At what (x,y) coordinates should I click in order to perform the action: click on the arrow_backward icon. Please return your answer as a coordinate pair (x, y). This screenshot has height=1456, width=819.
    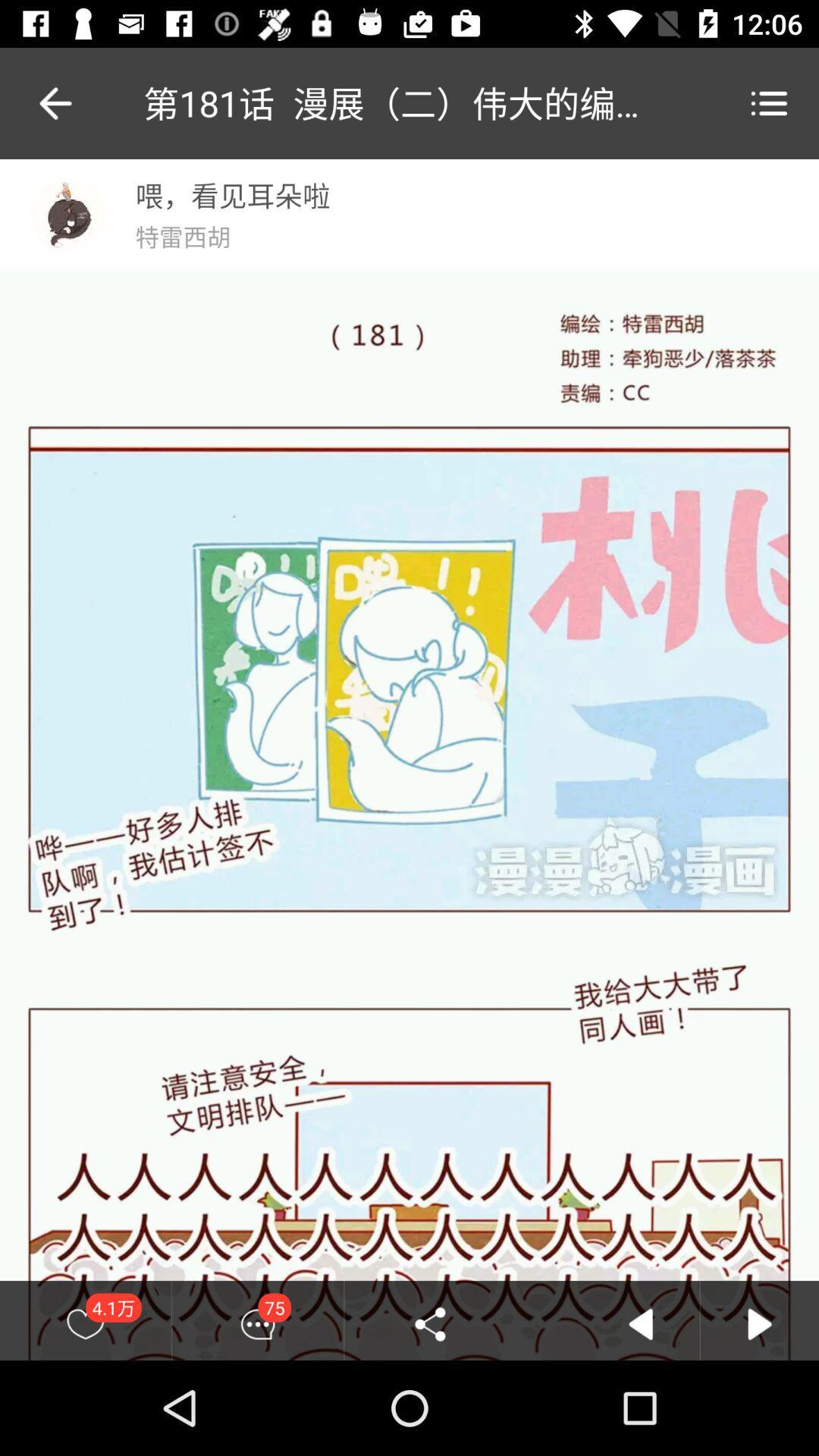
    Looking at the image, I should click on (39, 102).